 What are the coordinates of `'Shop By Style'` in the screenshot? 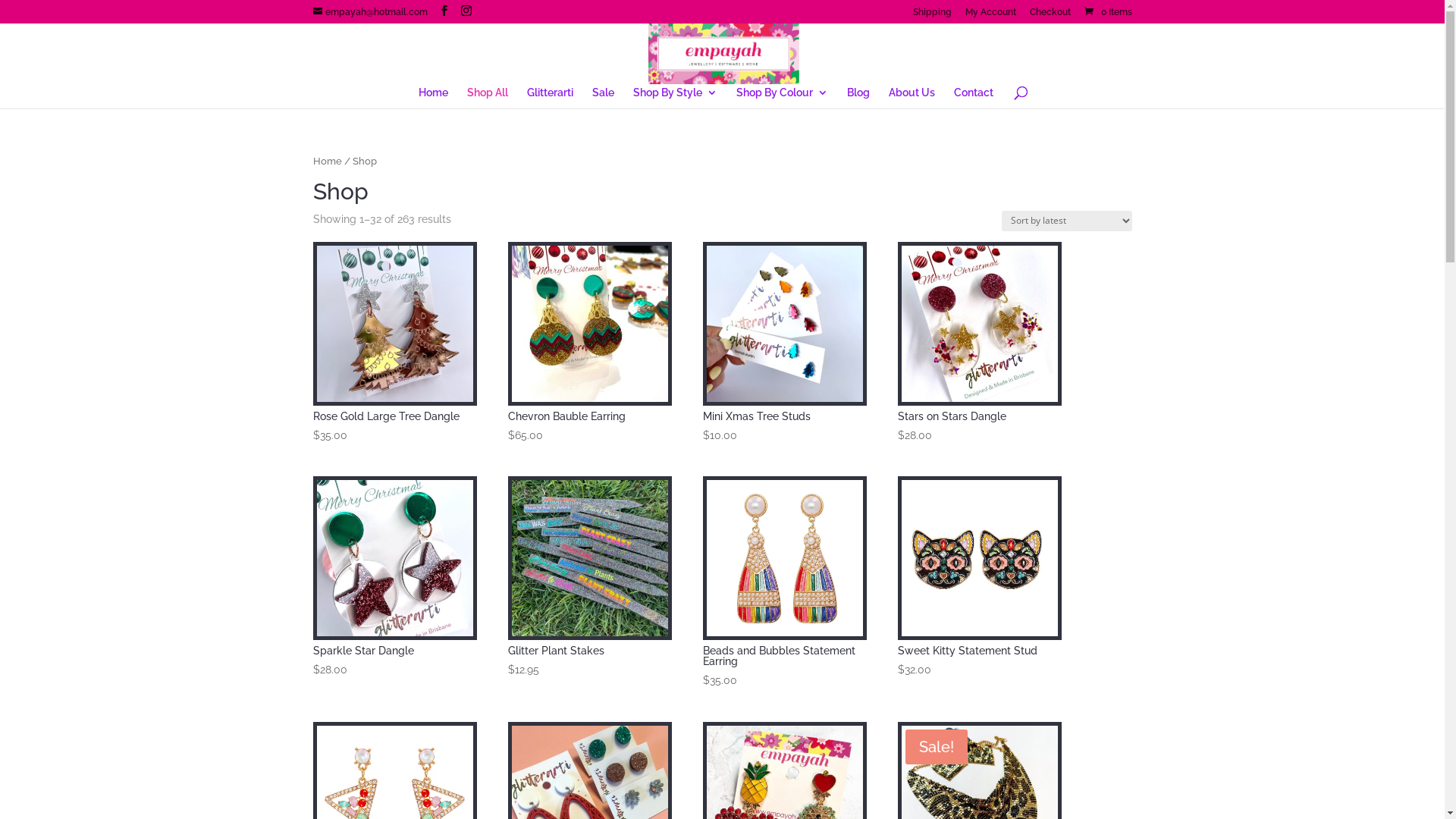 It's located at (674, 97).